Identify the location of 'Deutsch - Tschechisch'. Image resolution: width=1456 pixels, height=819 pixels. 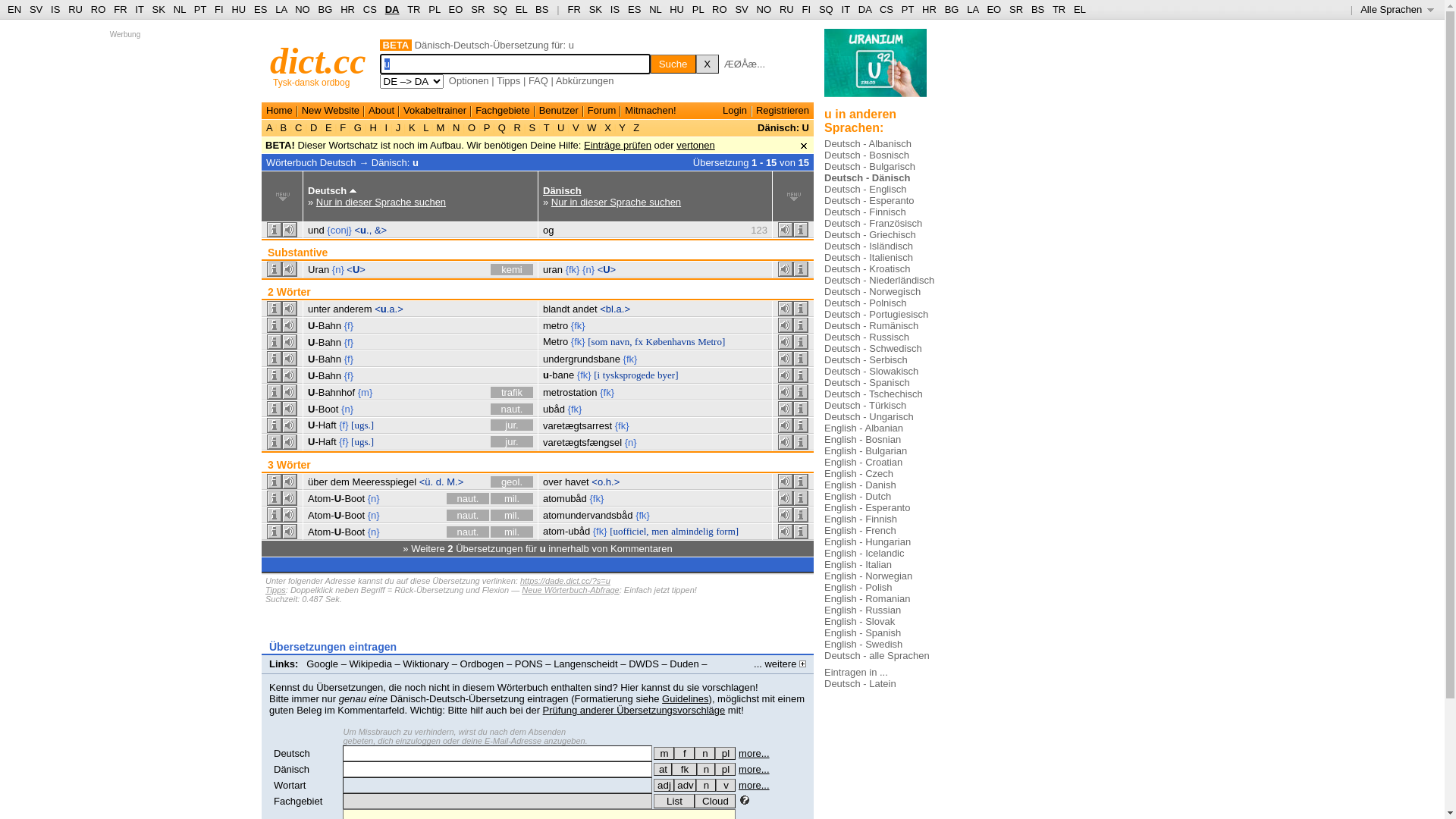
(874, 393).